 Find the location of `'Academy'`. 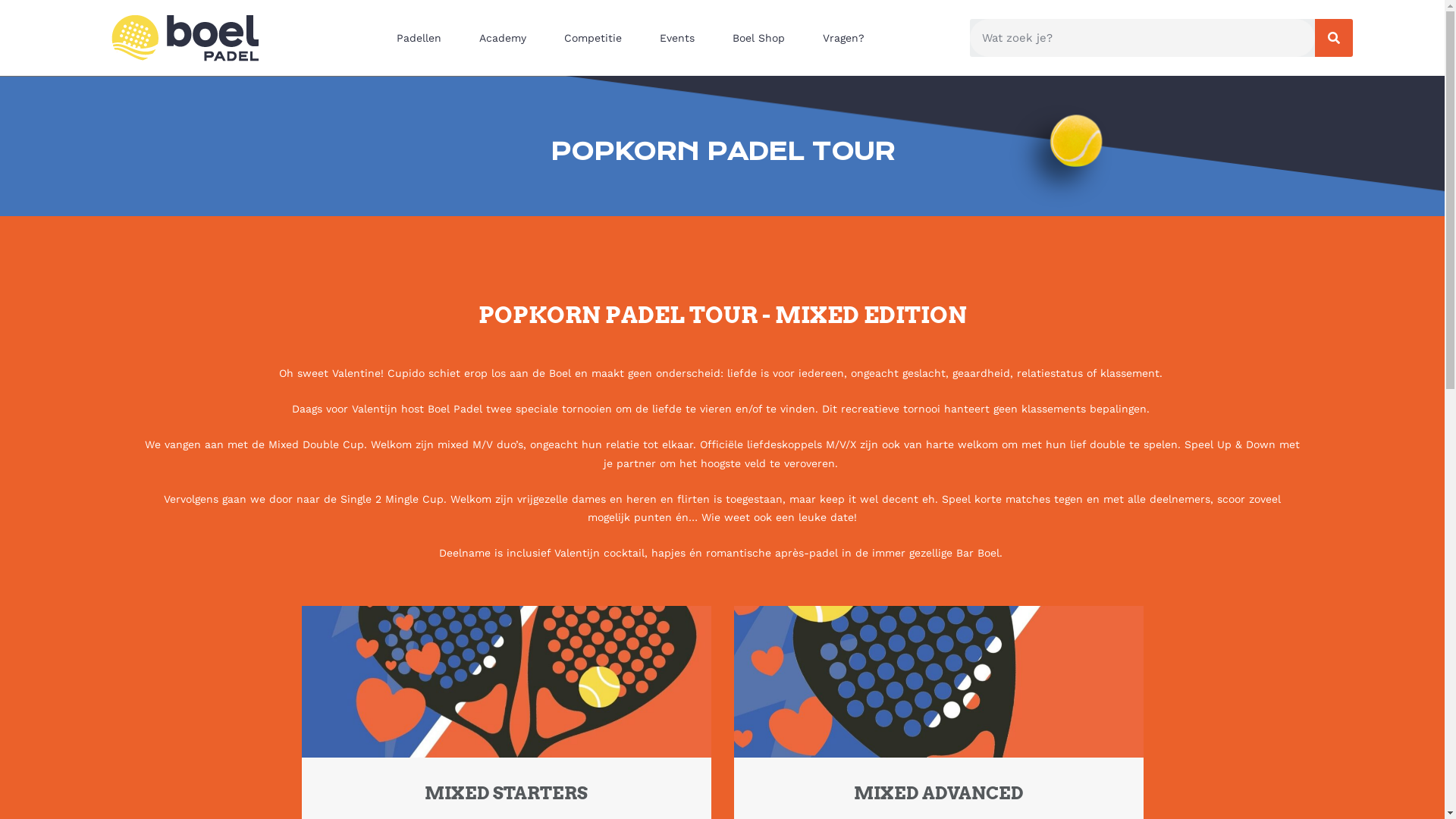

'Academy' is located at coordinates (506, 37).